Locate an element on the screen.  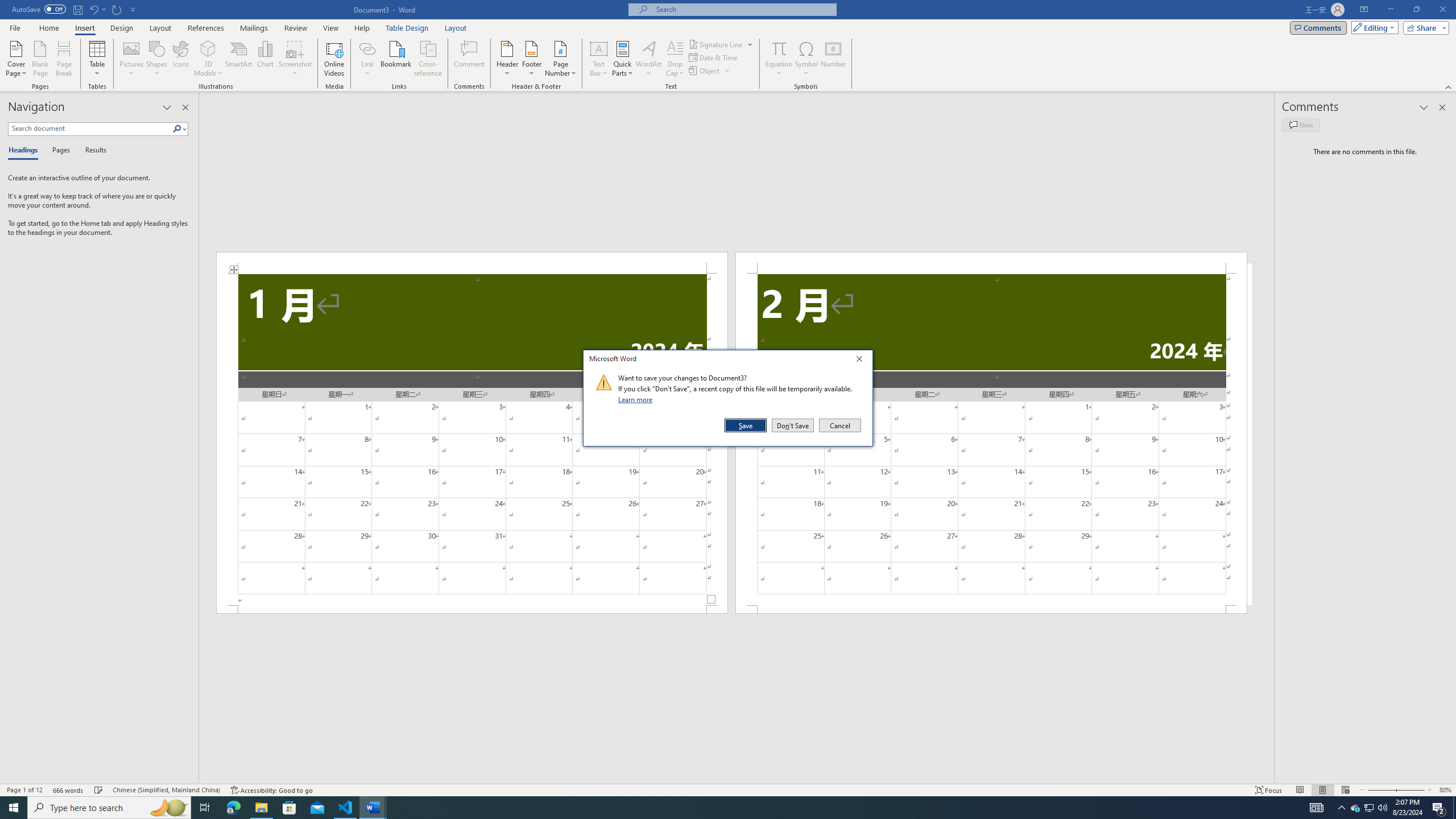
'Microsoft Store' is located at coordinates (289, 806).